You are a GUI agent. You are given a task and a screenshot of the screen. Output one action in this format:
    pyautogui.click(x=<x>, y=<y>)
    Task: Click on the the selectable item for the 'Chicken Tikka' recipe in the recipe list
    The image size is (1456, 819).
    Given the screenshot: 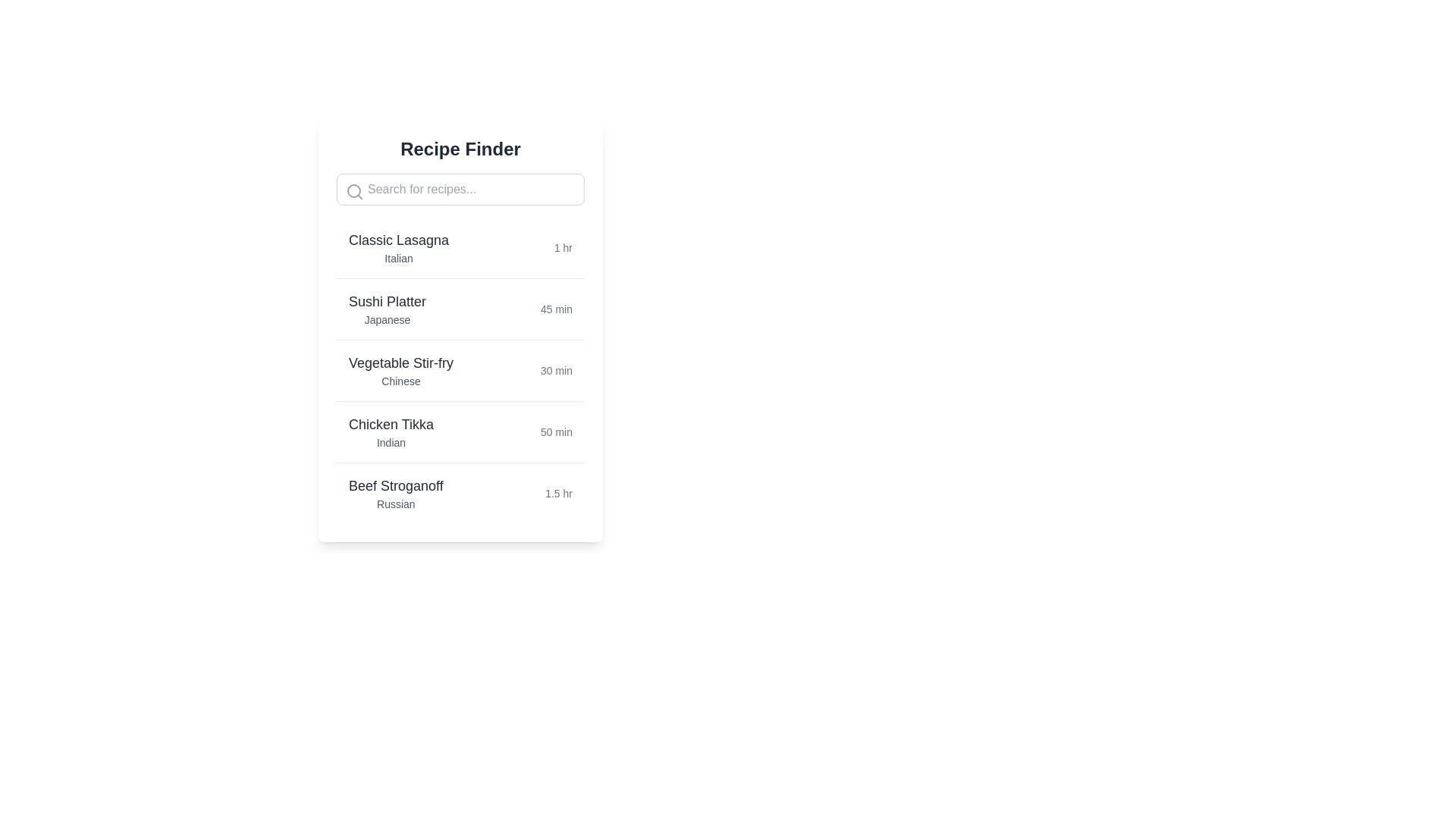 What is the action you would take?
    pyautogui.click(x=460, y=431)
    